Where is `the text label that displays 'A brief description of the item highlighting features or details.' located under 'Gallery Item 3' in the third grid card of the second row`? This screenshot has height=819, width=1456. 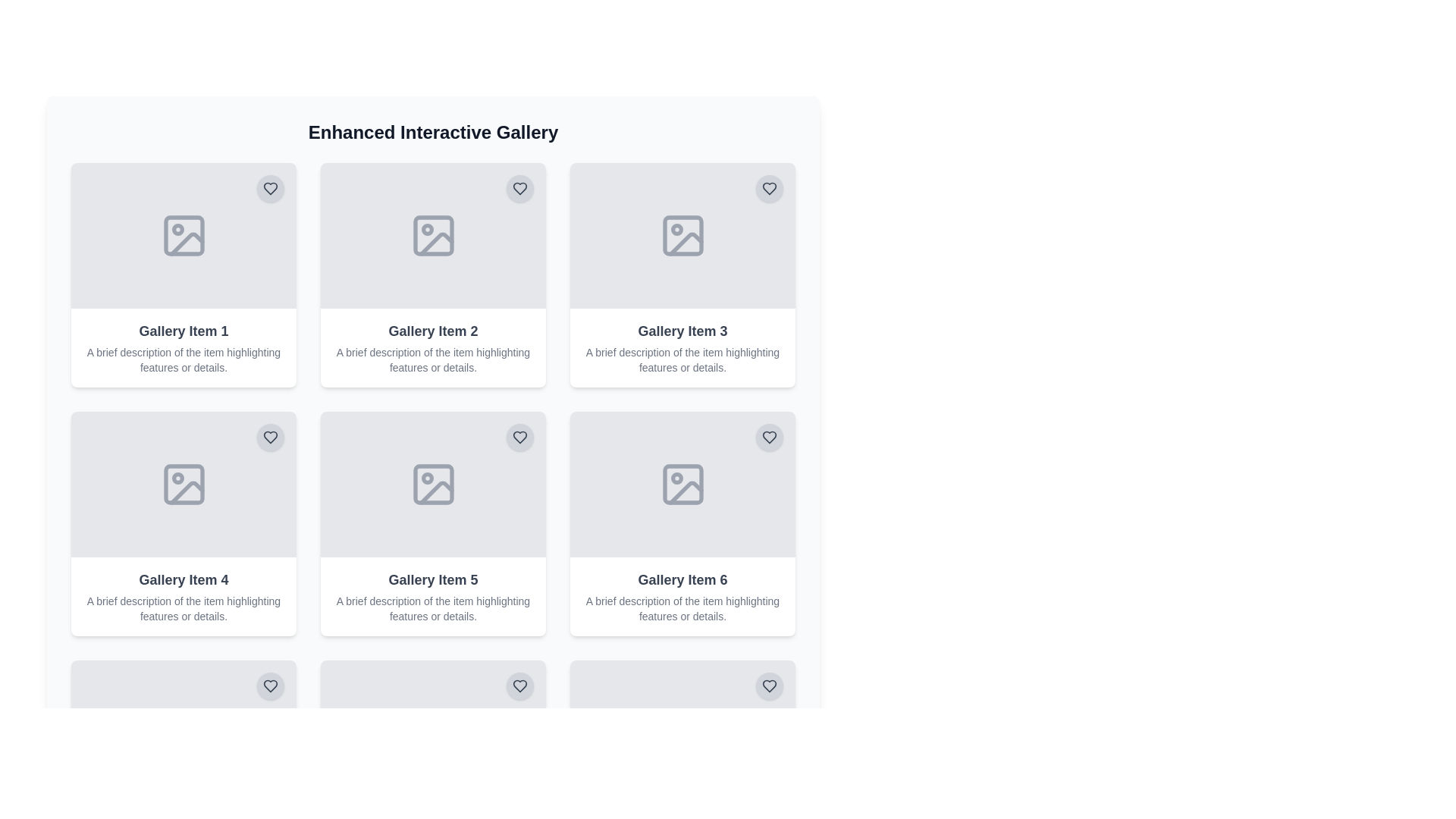
the text label that displays 'A brief description of the item highlighting features or details.' located under 'Gallery Item 3' in the third grid card of the second row is located at coordinates (682, 359).